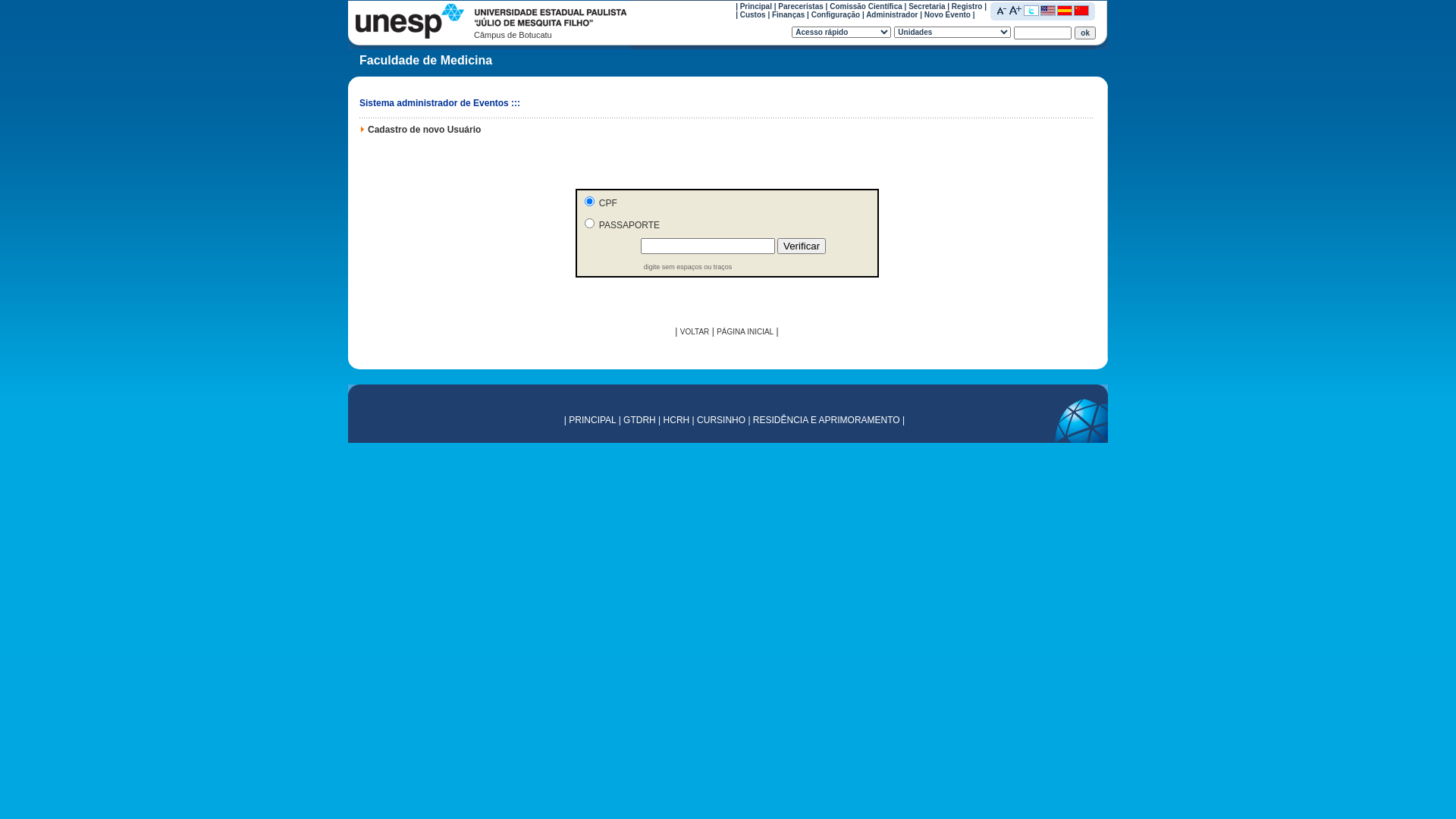 The height and width of the screenshot is (819, 1456). I want to click on 'Secretaria', so click(926, 5).